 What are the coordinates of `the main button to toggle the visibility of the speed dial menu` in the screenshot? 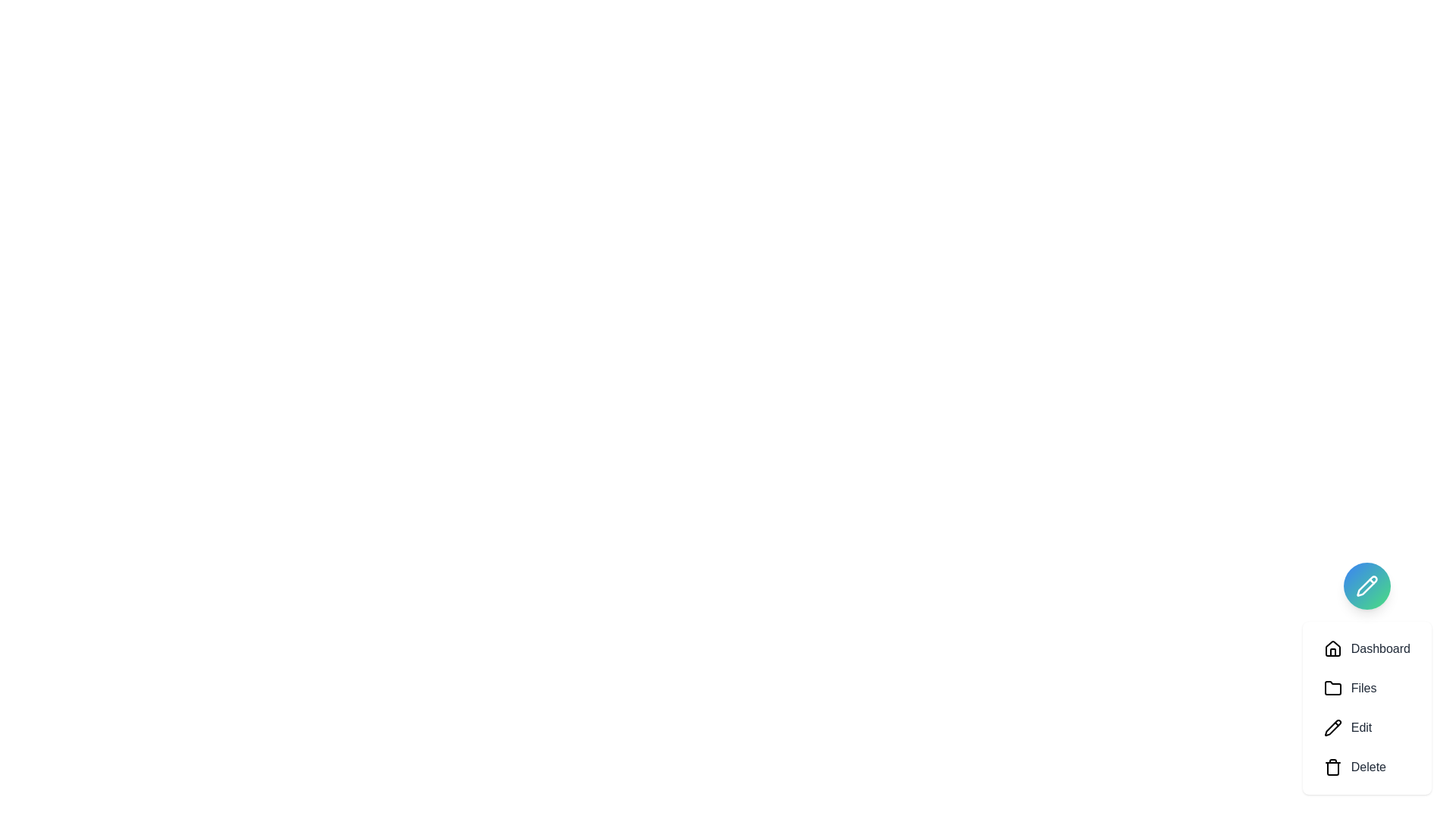 It's located at (1367, 585).